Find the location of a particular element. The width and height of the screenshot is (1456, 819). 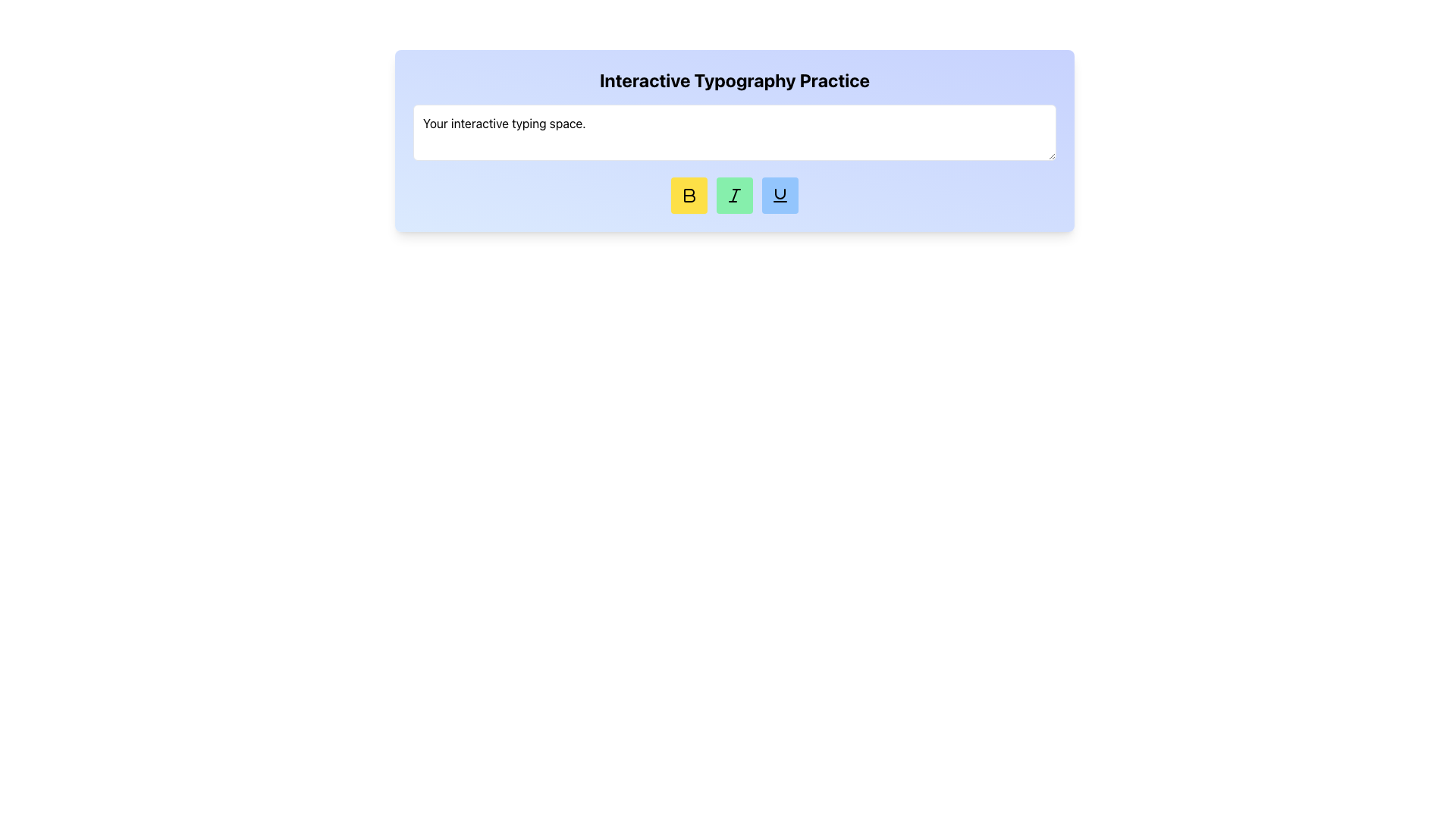

the bold 'B' icon button with a yellow background is located at coordinates (689, 195).